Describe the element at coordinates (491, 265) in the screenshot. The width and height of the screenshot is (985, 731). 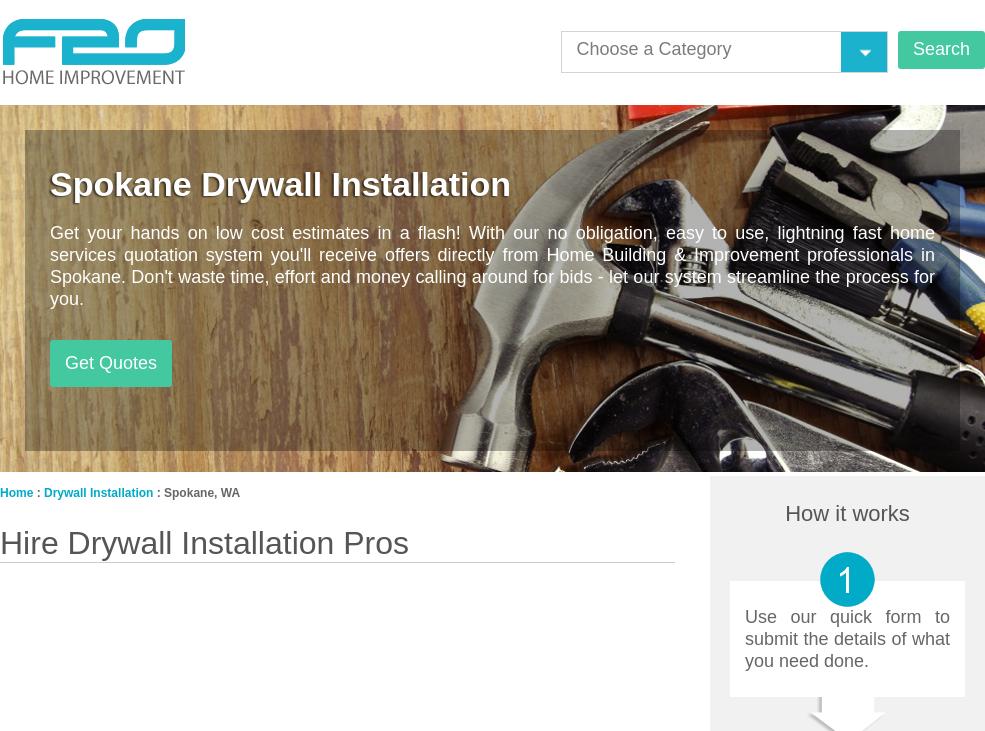
I see `'Get your hands on low cost estimates in a flash! With our no obligation, easy to use, lightning fast home services quotation system you'll receive offers directly from Home Building & Improvement professionals in Spokane. Don't waste time, effort and money calling around for bids - let our system streamline the process for you.'` at that location.